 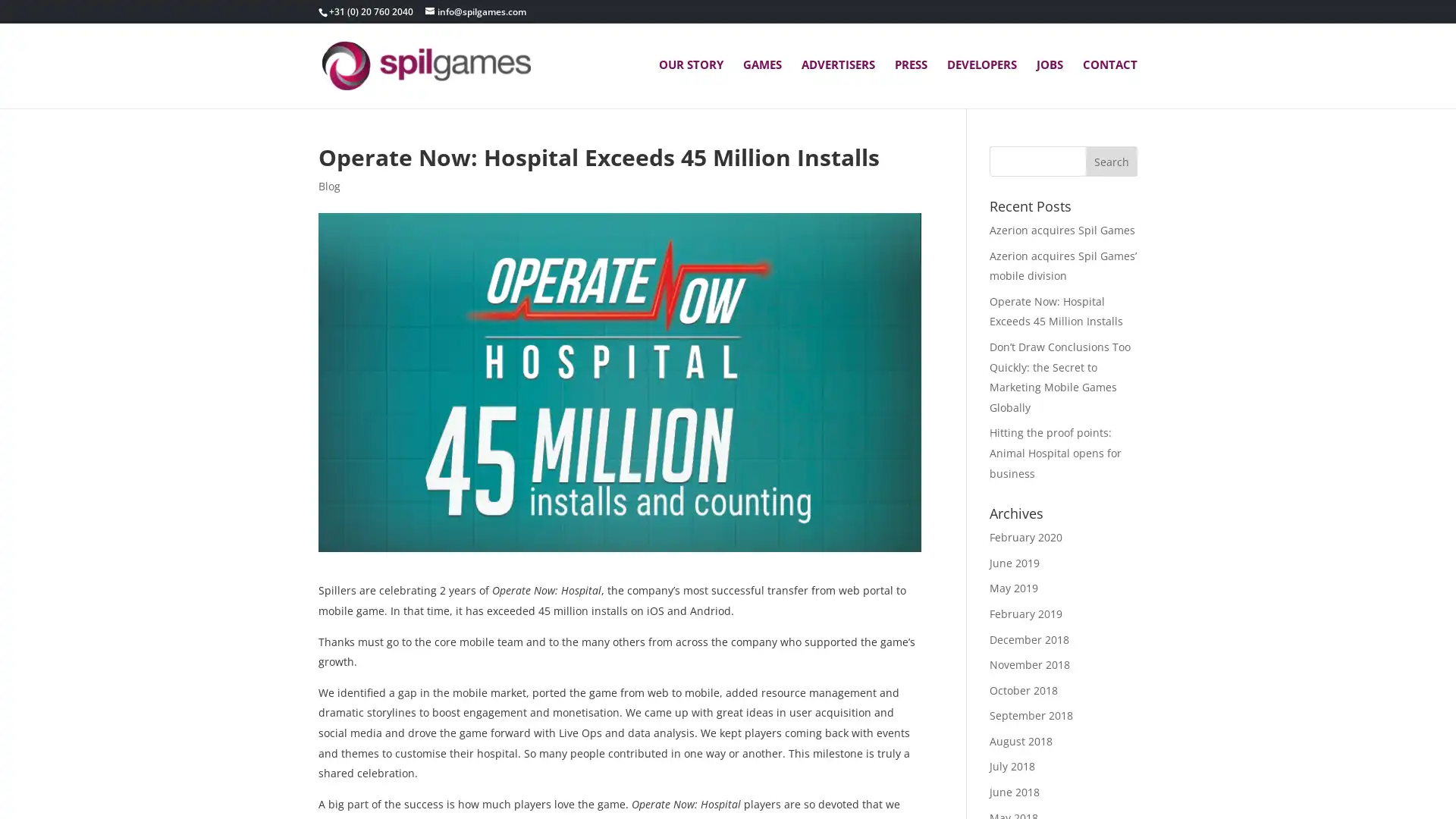 I want to click on Search, so click(x=1111, y=161).